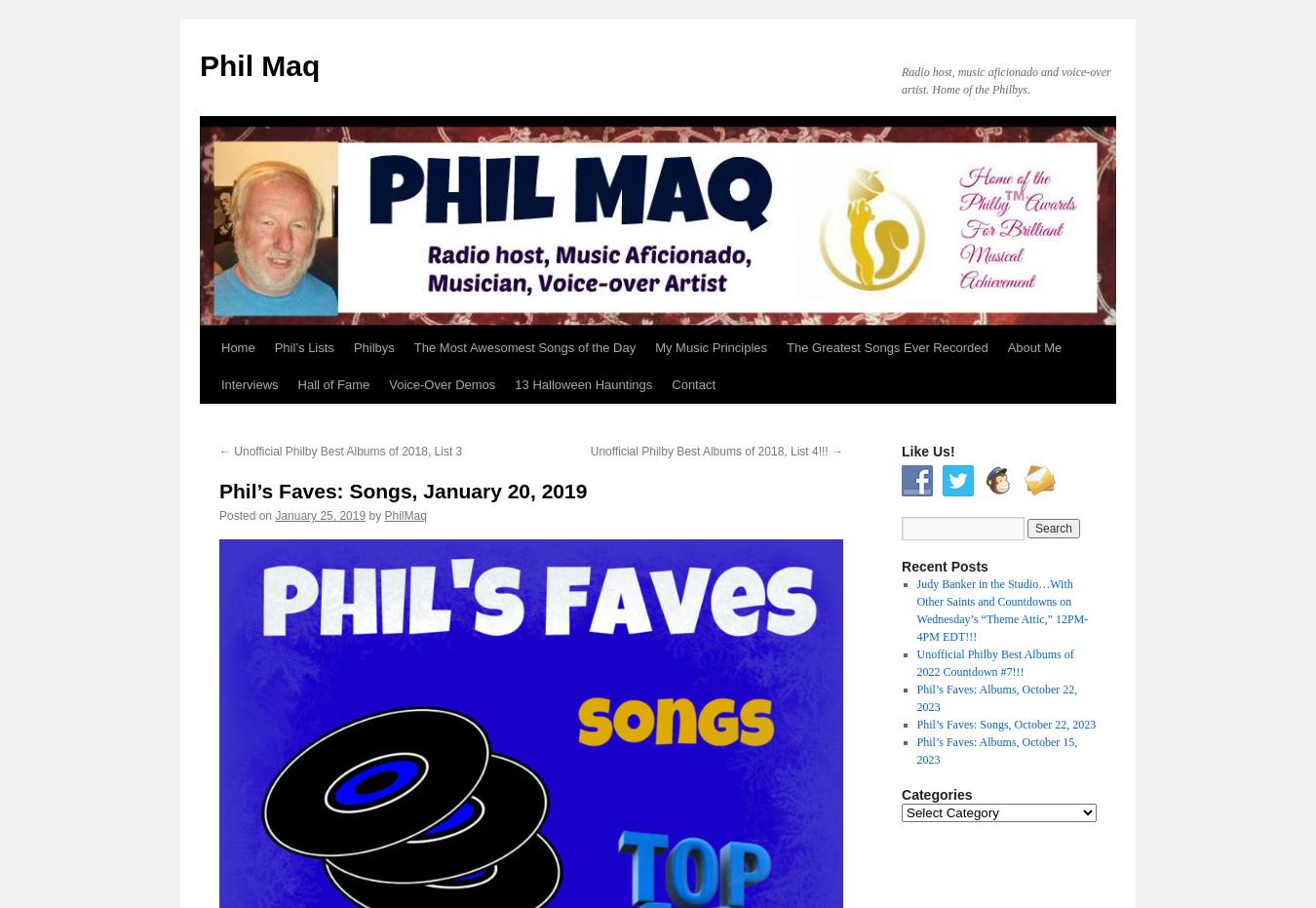 This screenshot has height=908, width=1316. Describe the element at coordinates (996, 697) in the screenshot. I see `'Phil’s Faves: Albums, October 22, 2023'` at that location.